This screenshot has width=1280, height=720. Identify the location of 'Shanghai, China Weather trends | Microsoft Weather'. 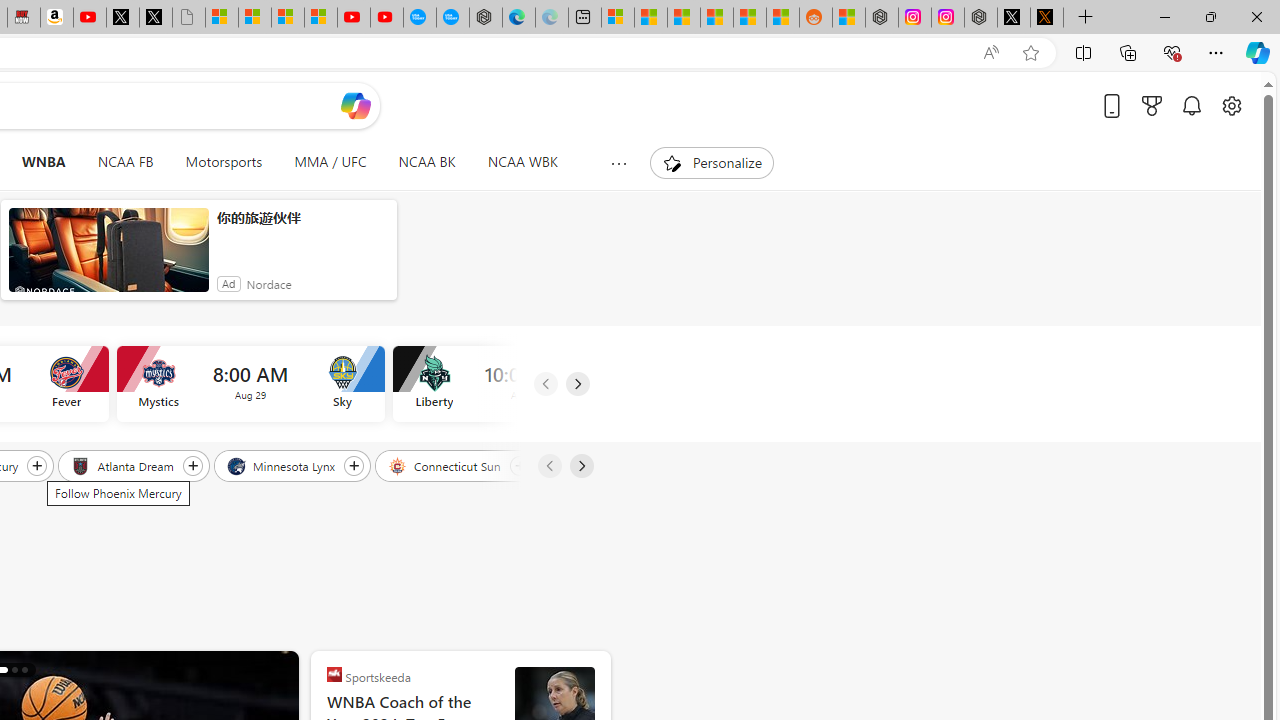
(781, 17).